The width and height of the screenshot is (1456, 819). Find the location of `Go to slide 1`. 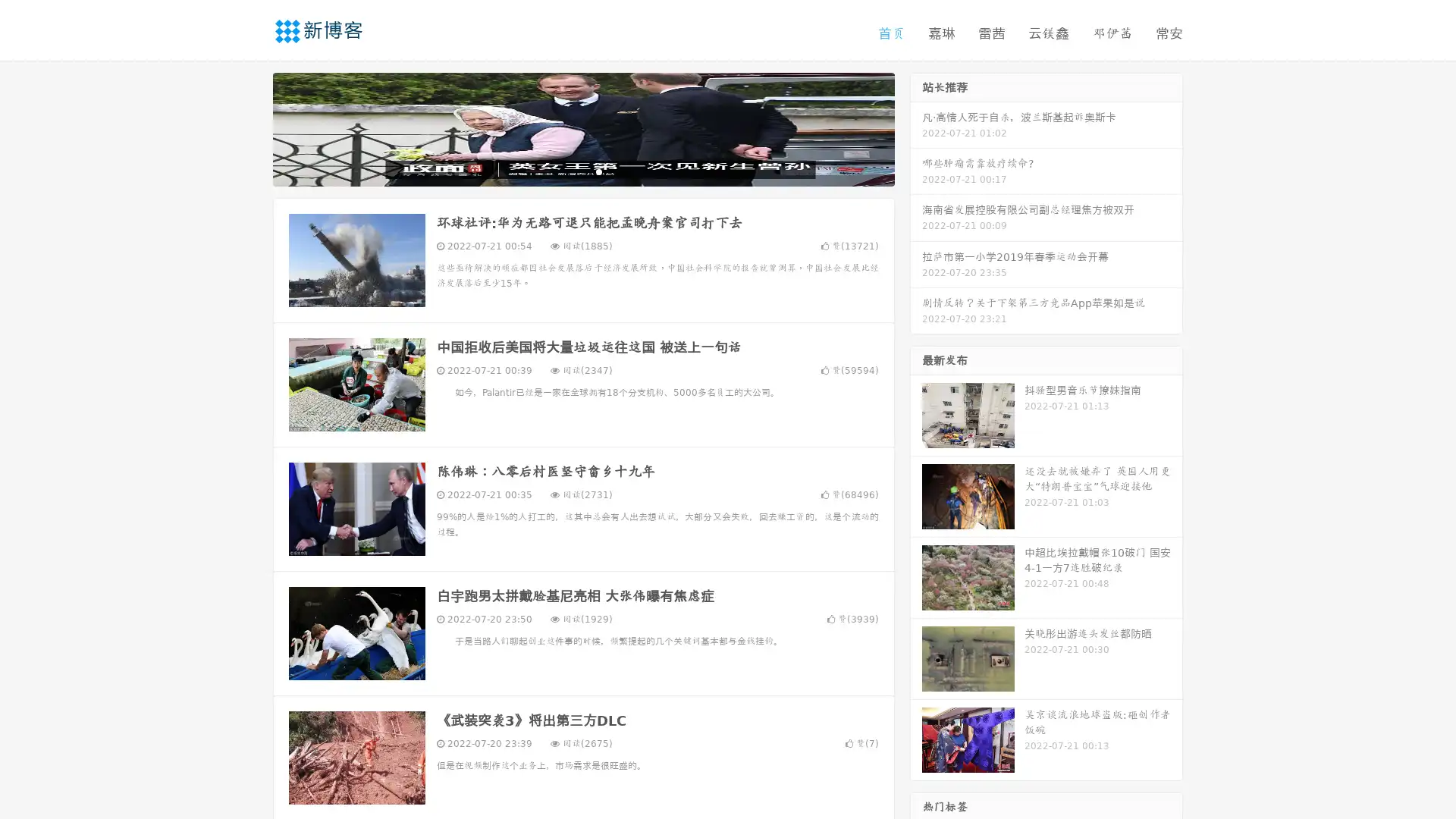

Go to slide 1 is located at coordinates (567, 171).